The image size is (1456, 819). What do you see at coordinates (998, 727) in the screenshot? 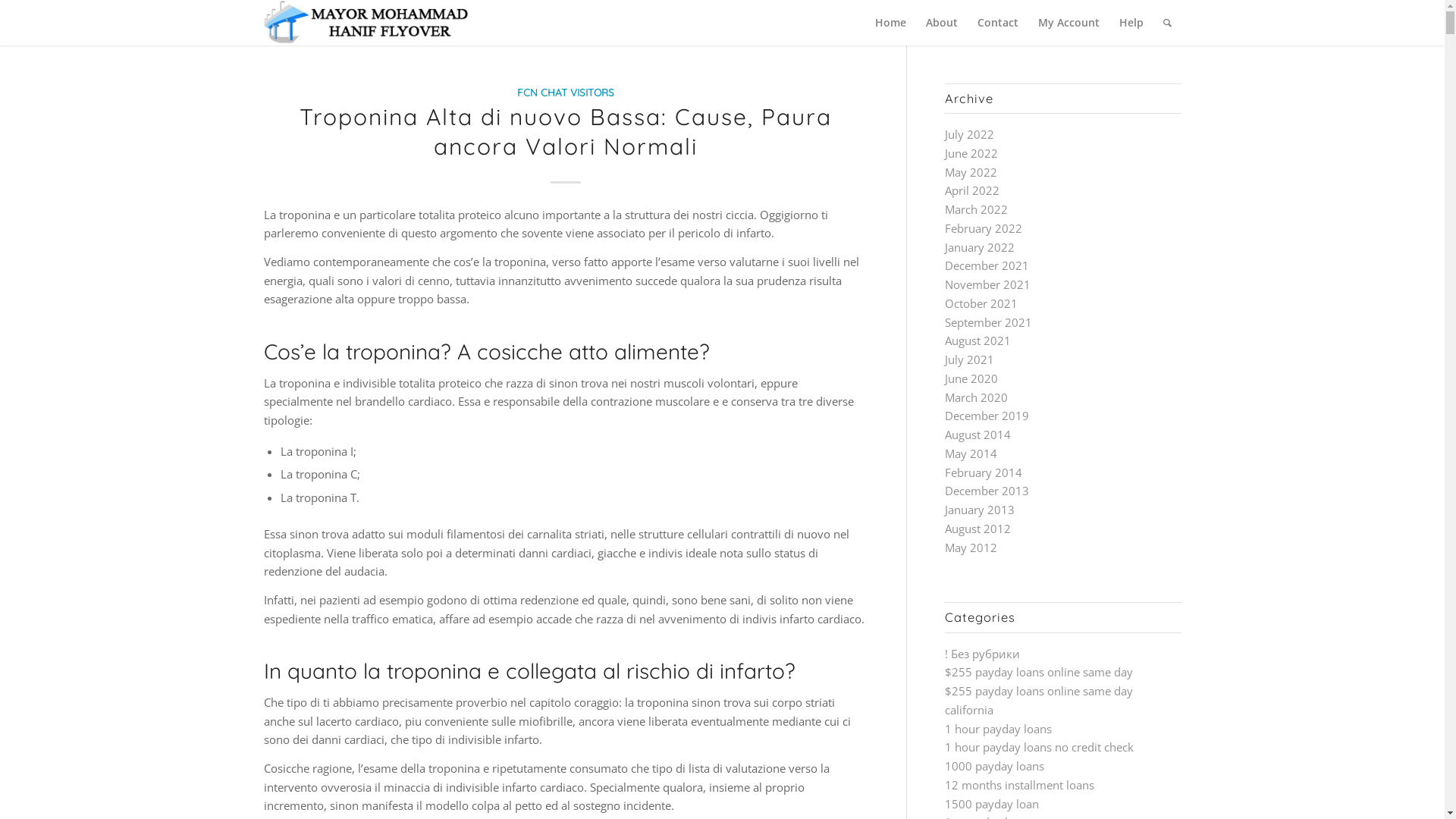
I see `'1 hour payday loans'` at bounding box center [998, 727].